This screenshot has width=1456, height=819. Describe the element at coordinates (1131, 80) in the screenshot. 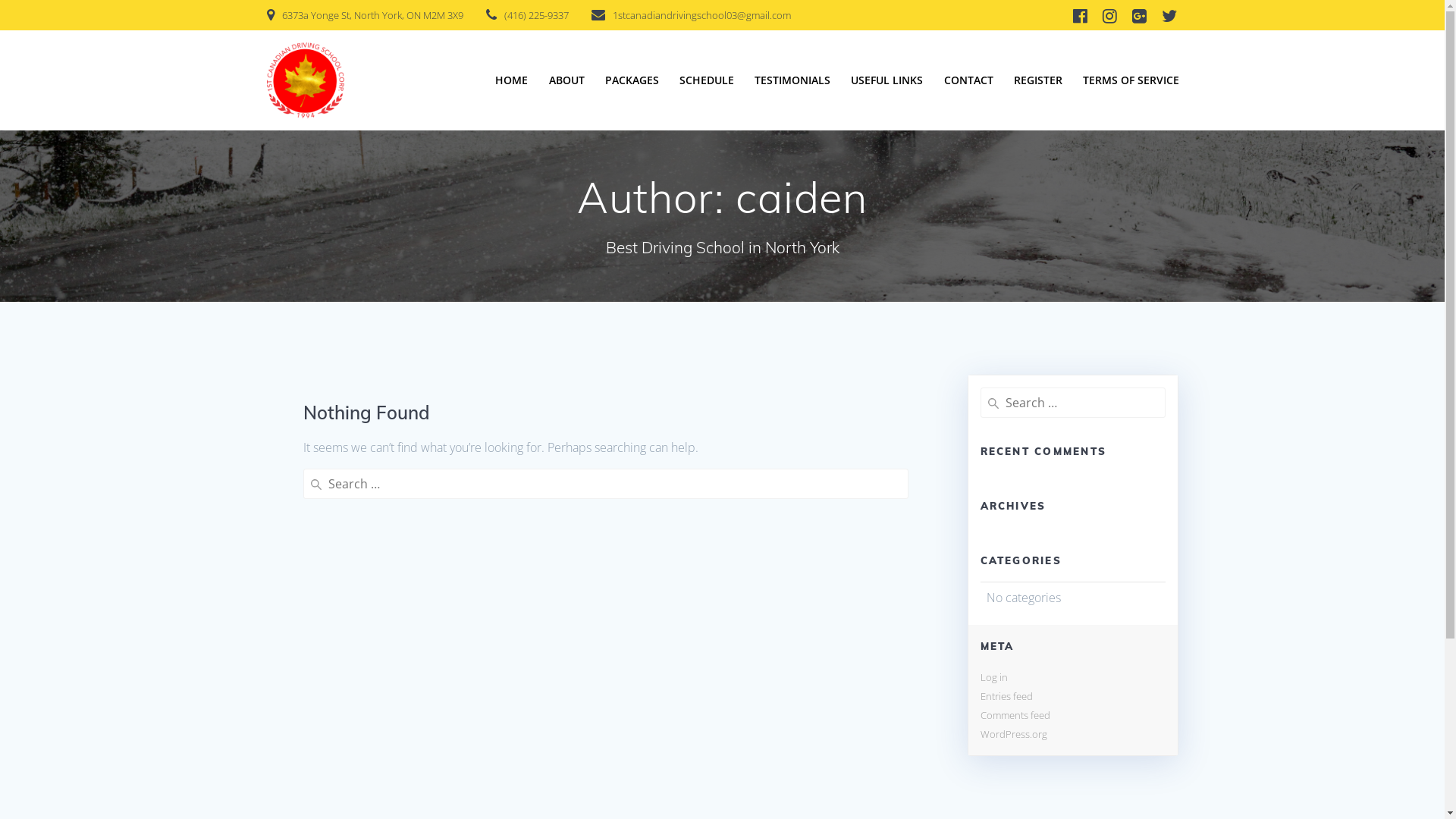

I see `'TERMS OF SERVICE'` at that location.